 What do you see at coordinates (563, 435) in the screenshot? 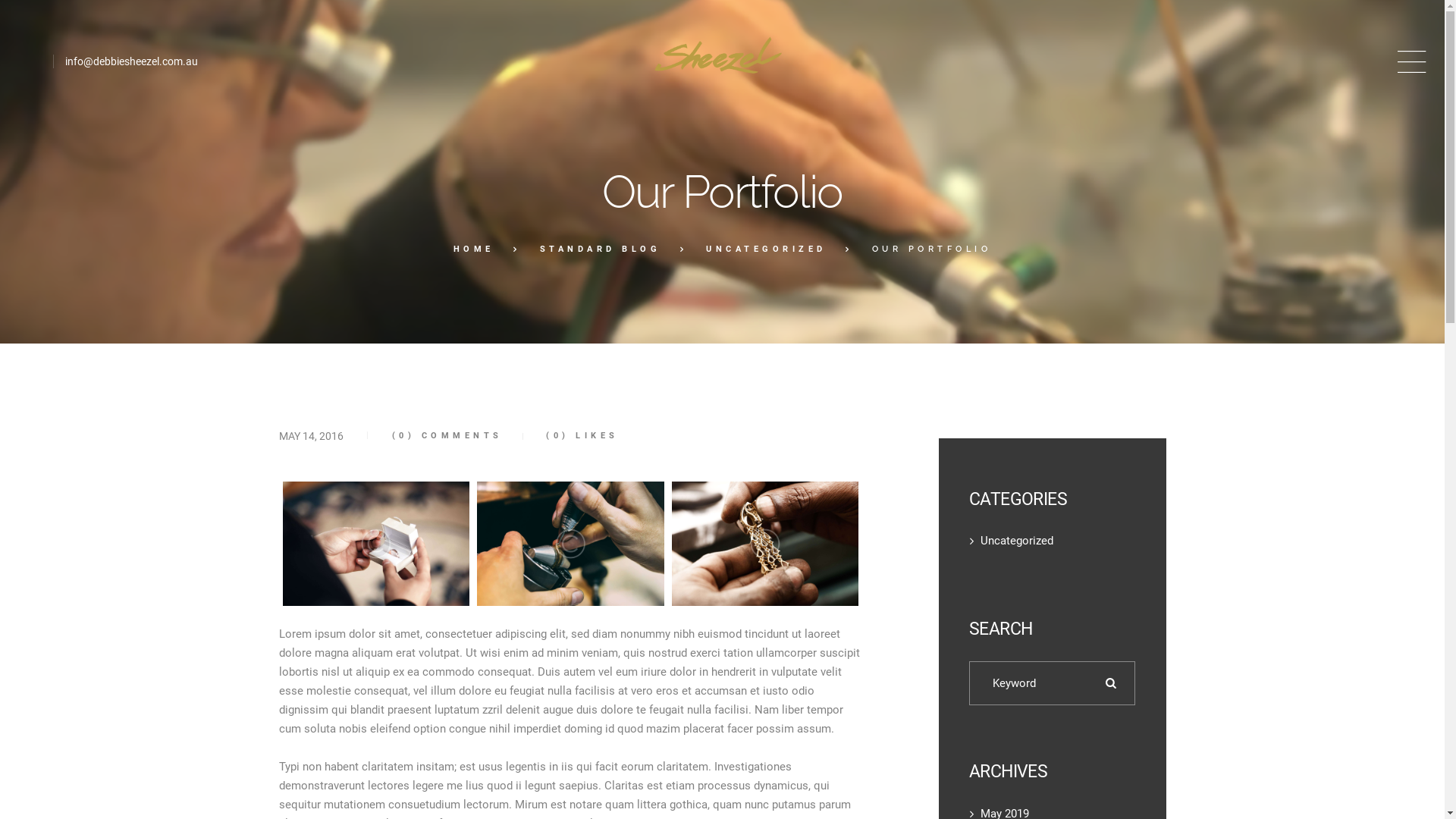
I see `'(0) LIKES'` at bounding box center [563, 435].